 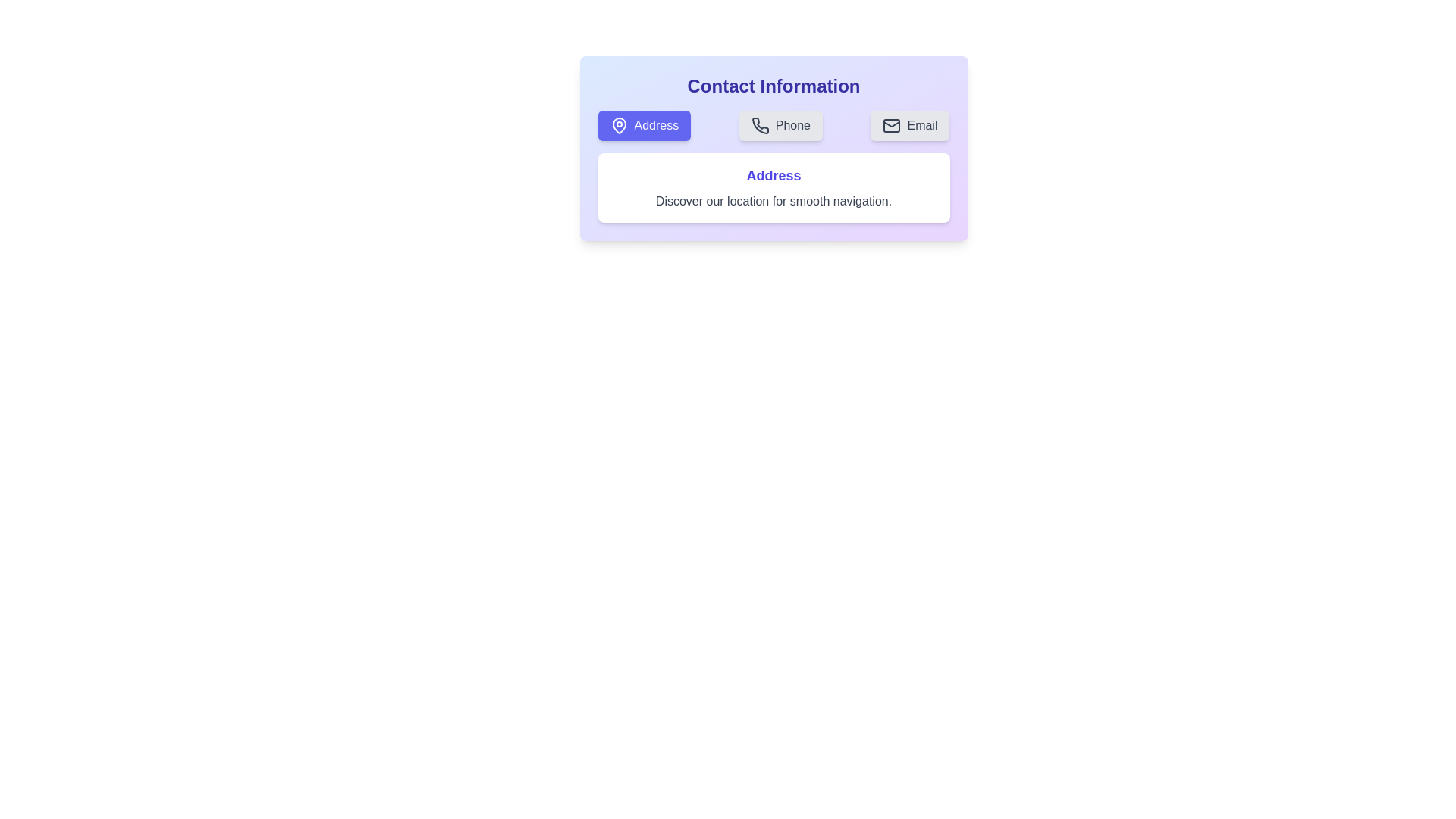 What do you see at coordinates (910, 124) in the screenshot?
I see `the Email tab button to switch to the corresponding tab` at bounding box center [910, 124].